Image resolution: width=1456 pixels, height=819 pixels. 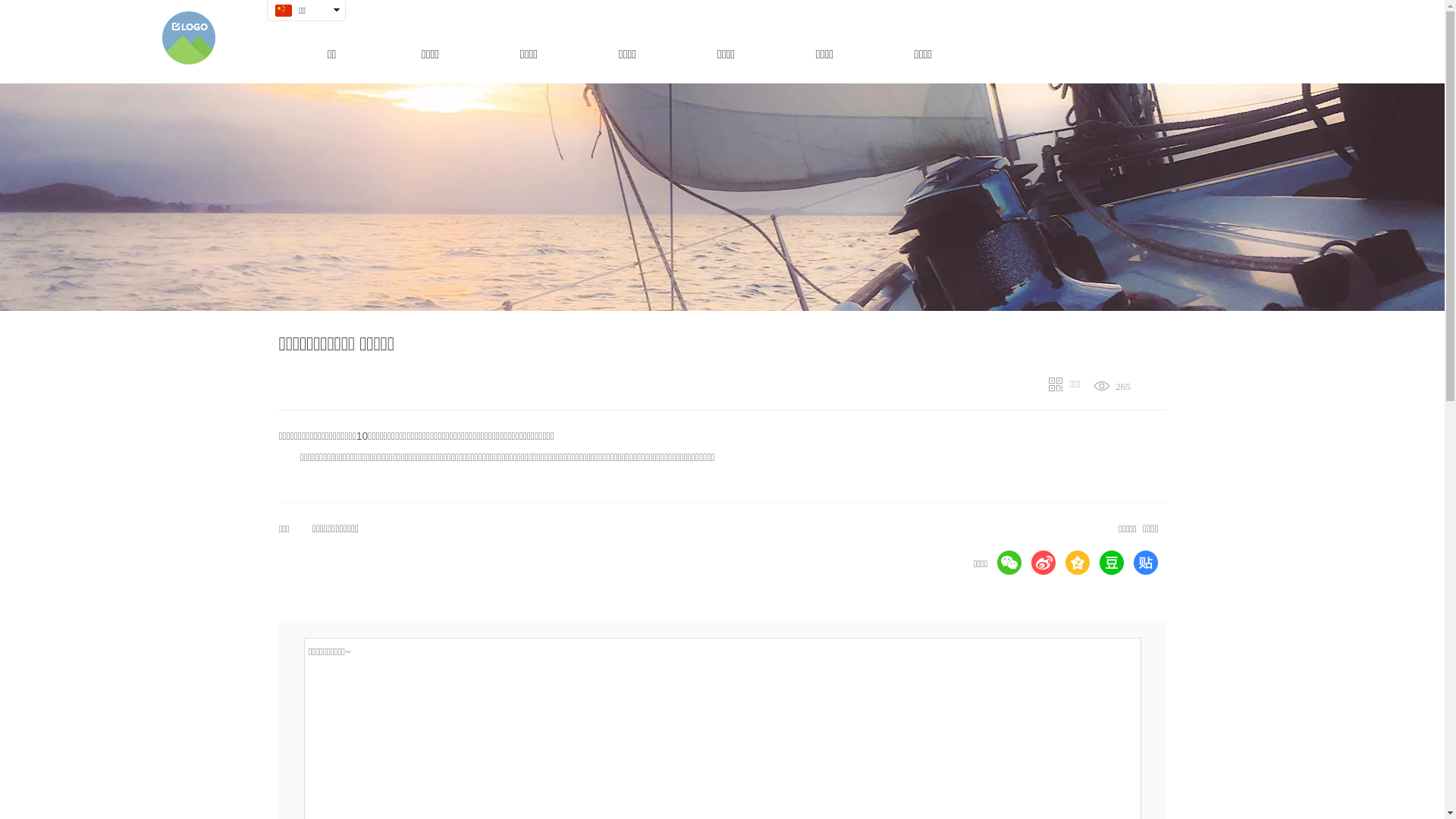 I want to click on ' ', so click(x=300, y=30).